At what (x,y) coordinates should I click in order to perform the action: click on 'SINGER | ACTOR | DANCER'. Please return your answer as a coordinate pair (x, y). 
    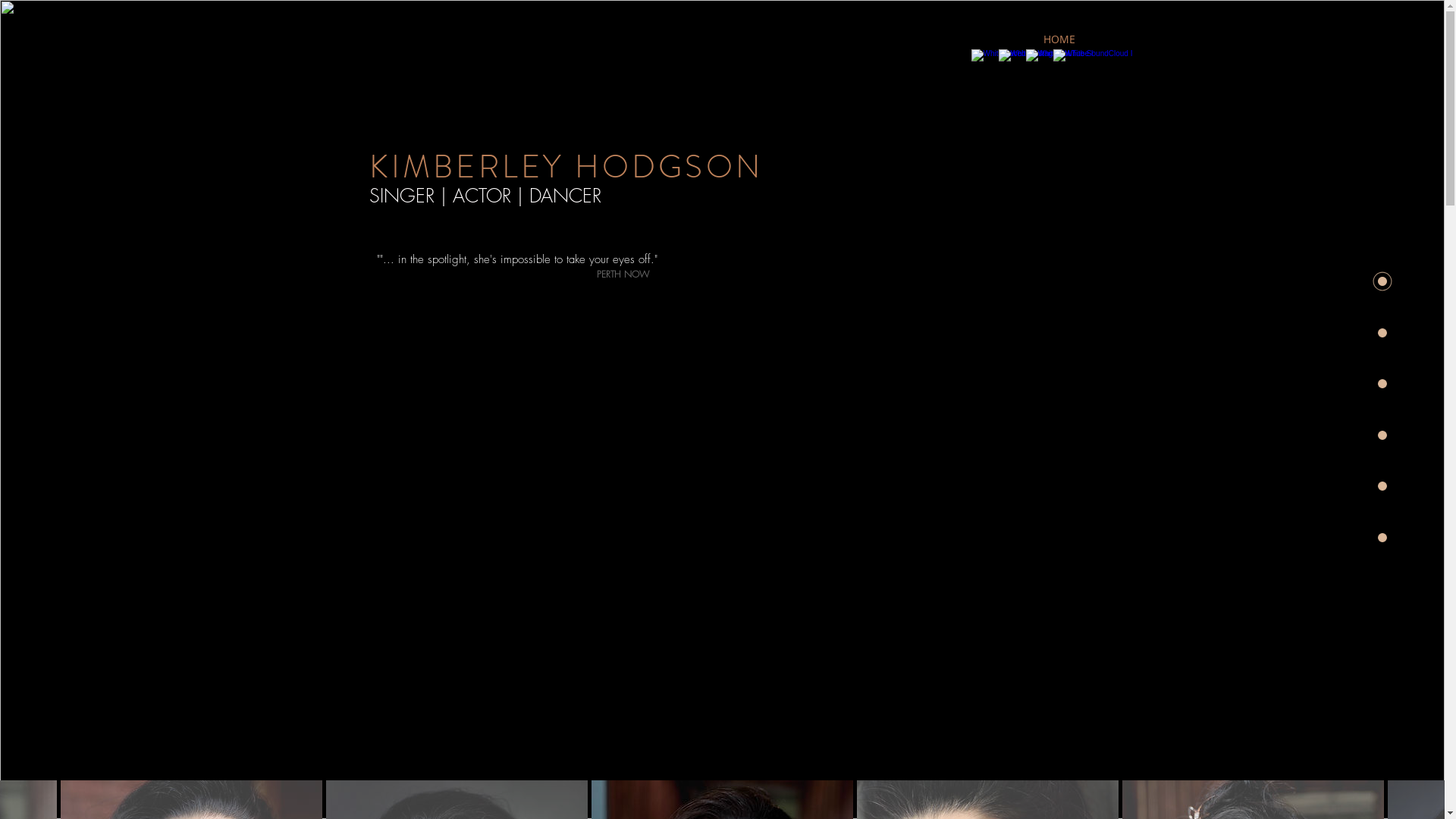
    Looking at the image, I should click on (483, 195).